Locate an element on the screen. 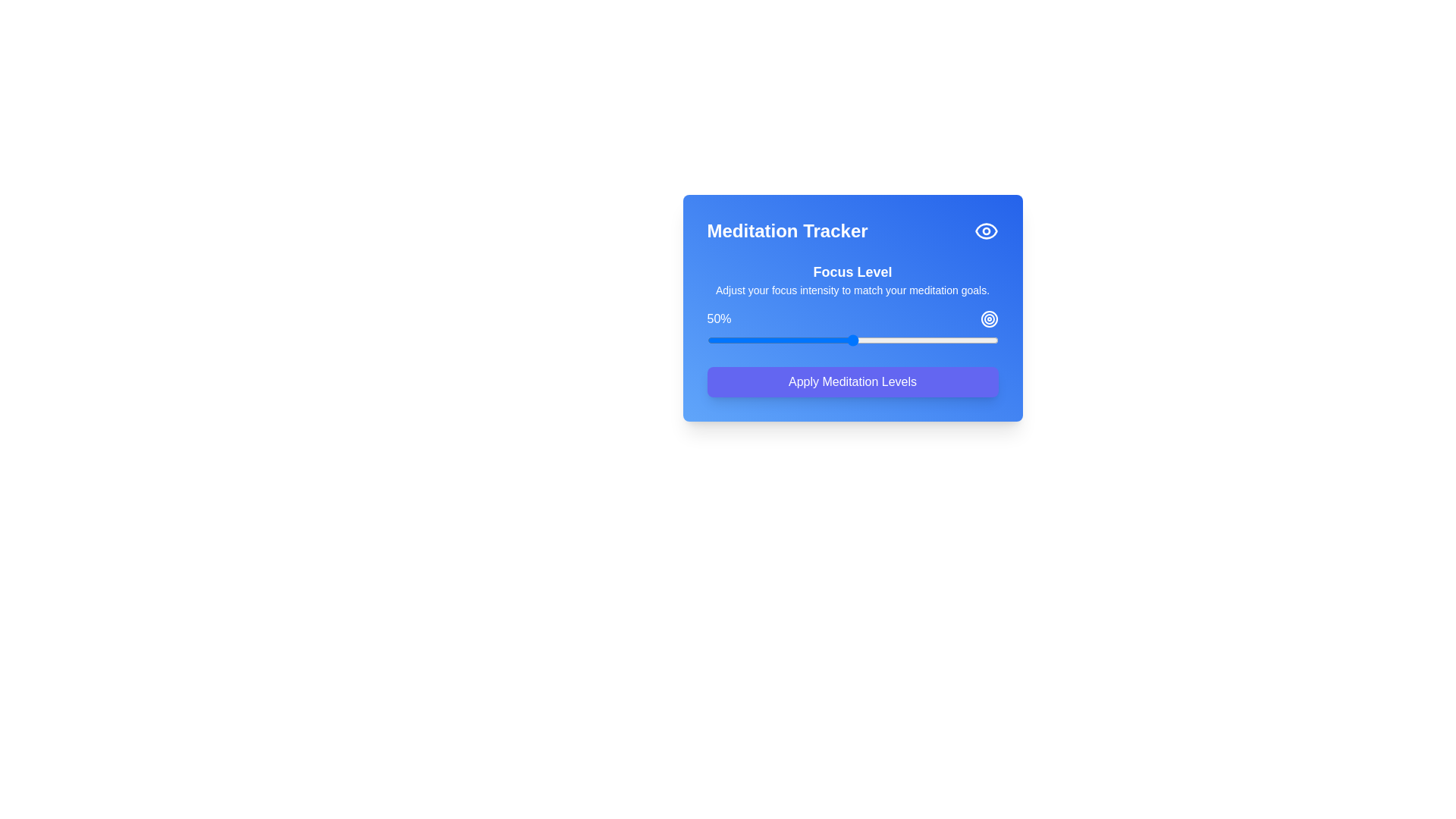 Image resolution: width=1456 pixels, height=819 pixels. the button within the Interactive card with nested controls to confirm the settings for meditation level adjustments is located at coordinates (852, 307).